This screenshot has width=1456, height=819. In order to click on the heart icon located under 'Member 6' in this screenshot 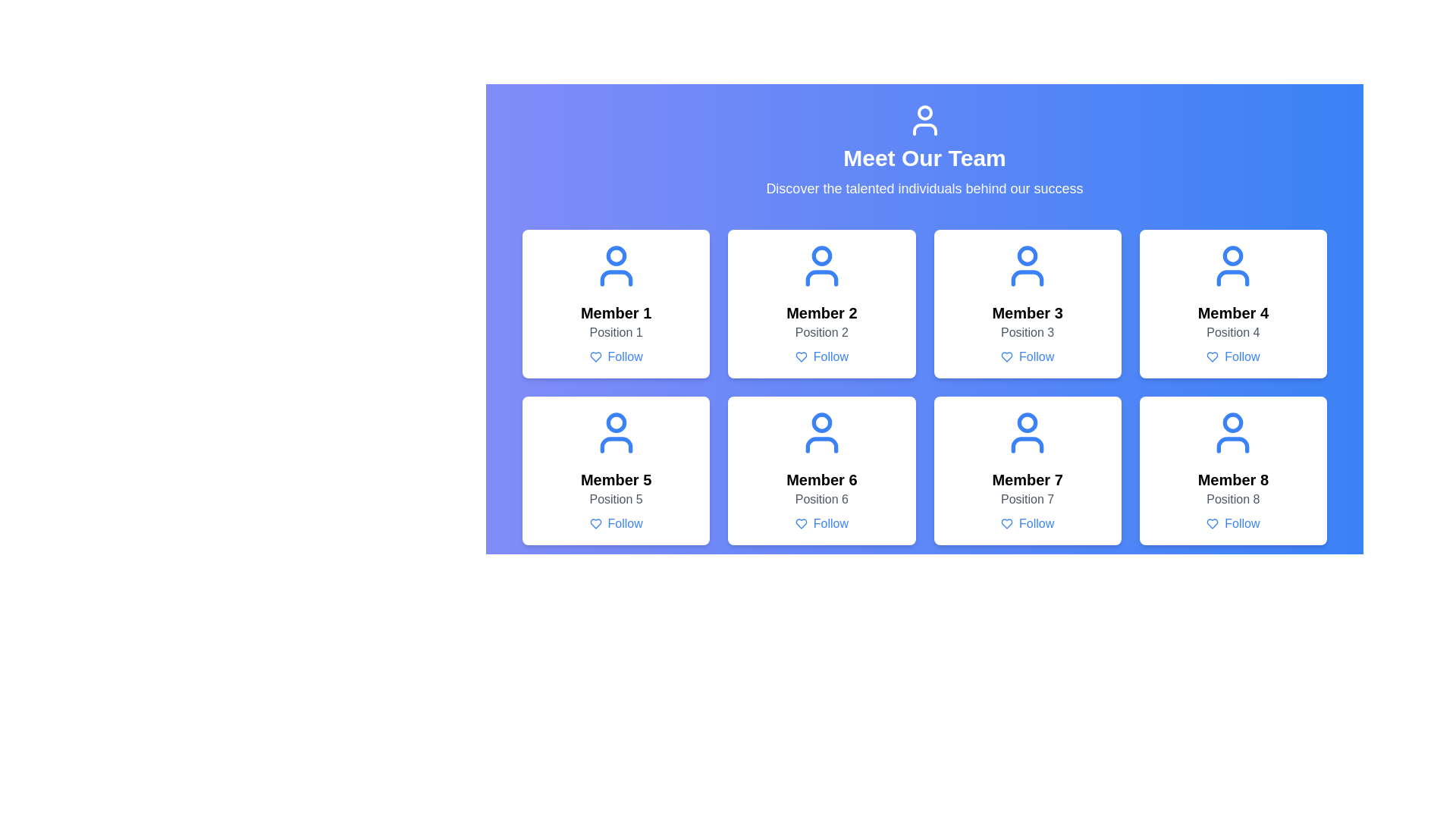, I will do `click(800, 522)`.